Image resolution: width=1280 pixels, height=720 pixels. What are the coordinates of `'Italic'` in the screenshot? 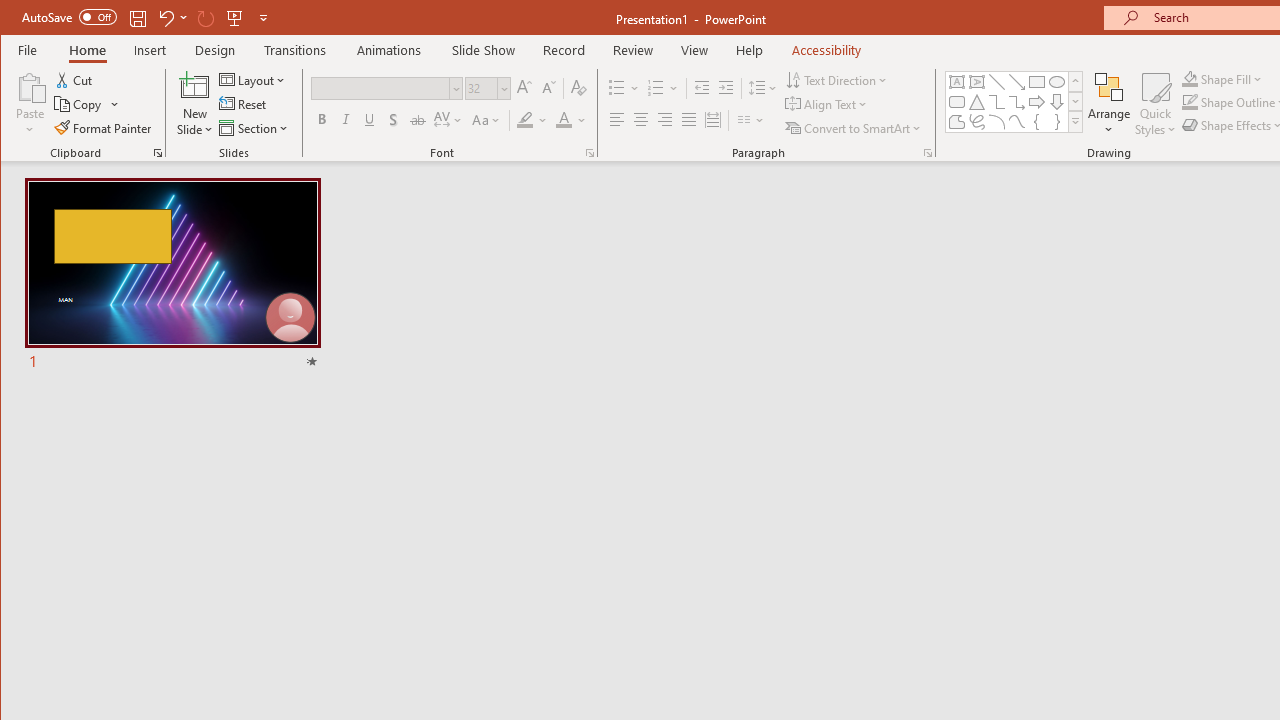 It's located at (346, 120).